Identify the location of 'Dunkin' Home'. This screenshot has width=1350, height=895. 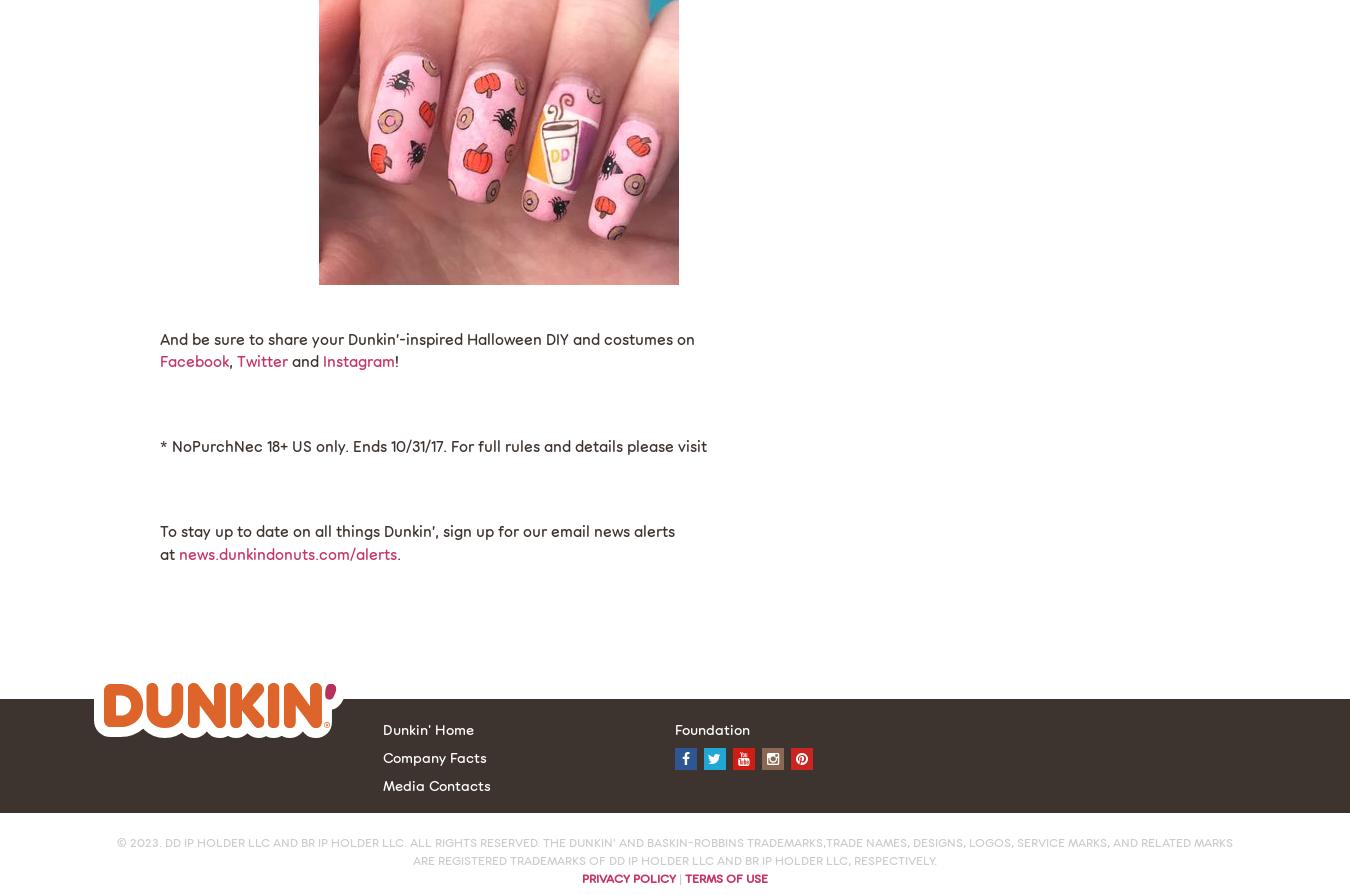
(427, 728).